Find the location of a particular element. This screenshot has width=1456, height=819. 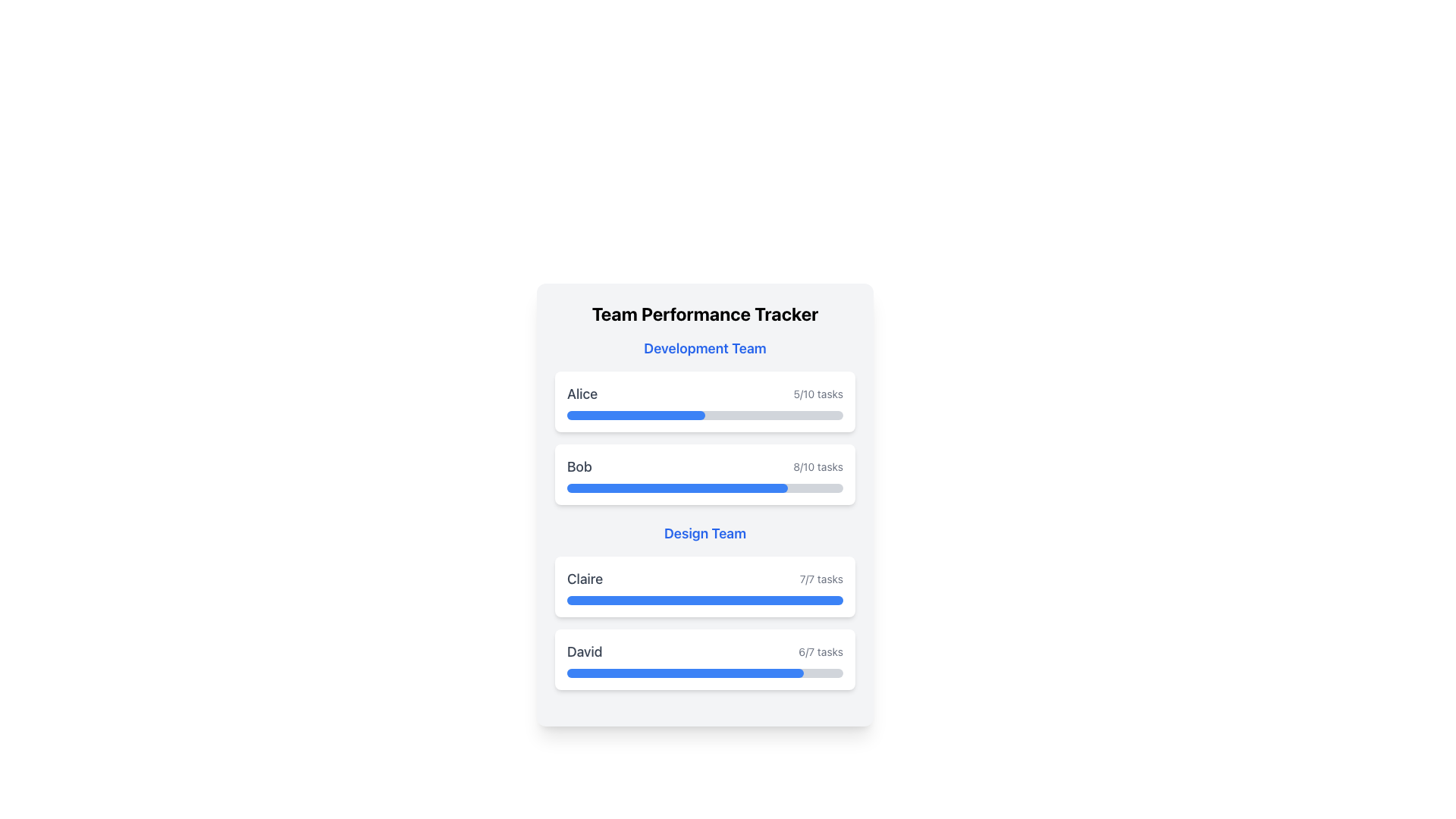

the horizontal progress bar styled with a gray background and a blue filled portion, located at the bottom of the card associated with user 'David' is located at coordinates (704, 672).